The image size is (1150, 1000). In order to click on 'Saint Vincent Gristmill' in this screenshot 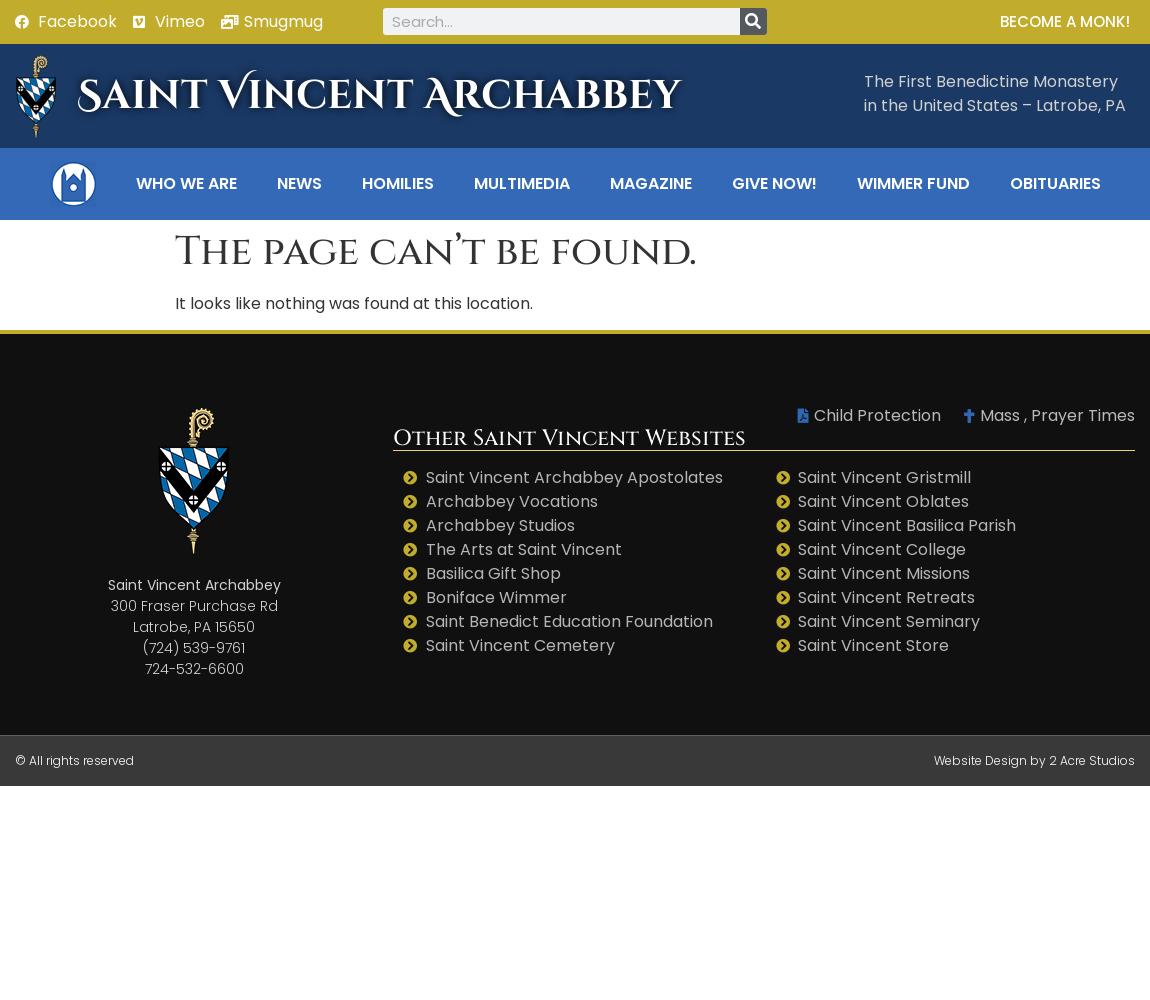, I will do `click(884, 476)`.